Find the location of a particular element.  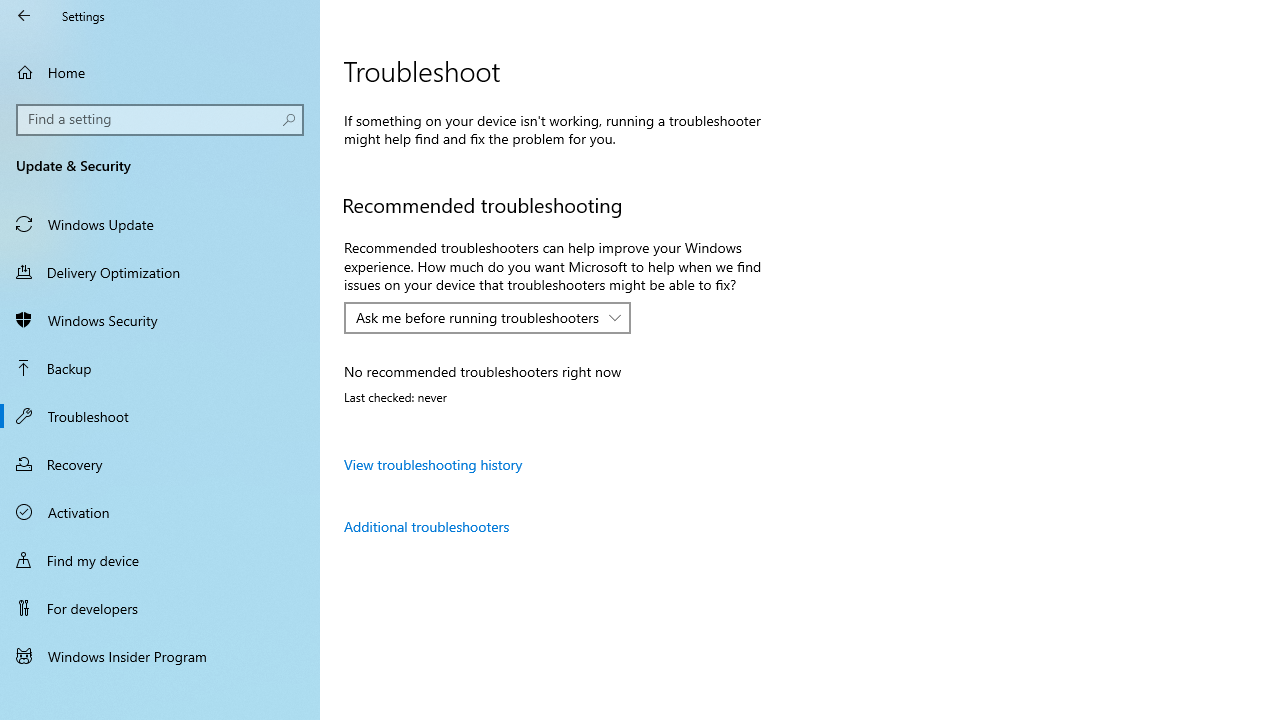

'View troubleshooting history' is located at coordinates (432, 464).